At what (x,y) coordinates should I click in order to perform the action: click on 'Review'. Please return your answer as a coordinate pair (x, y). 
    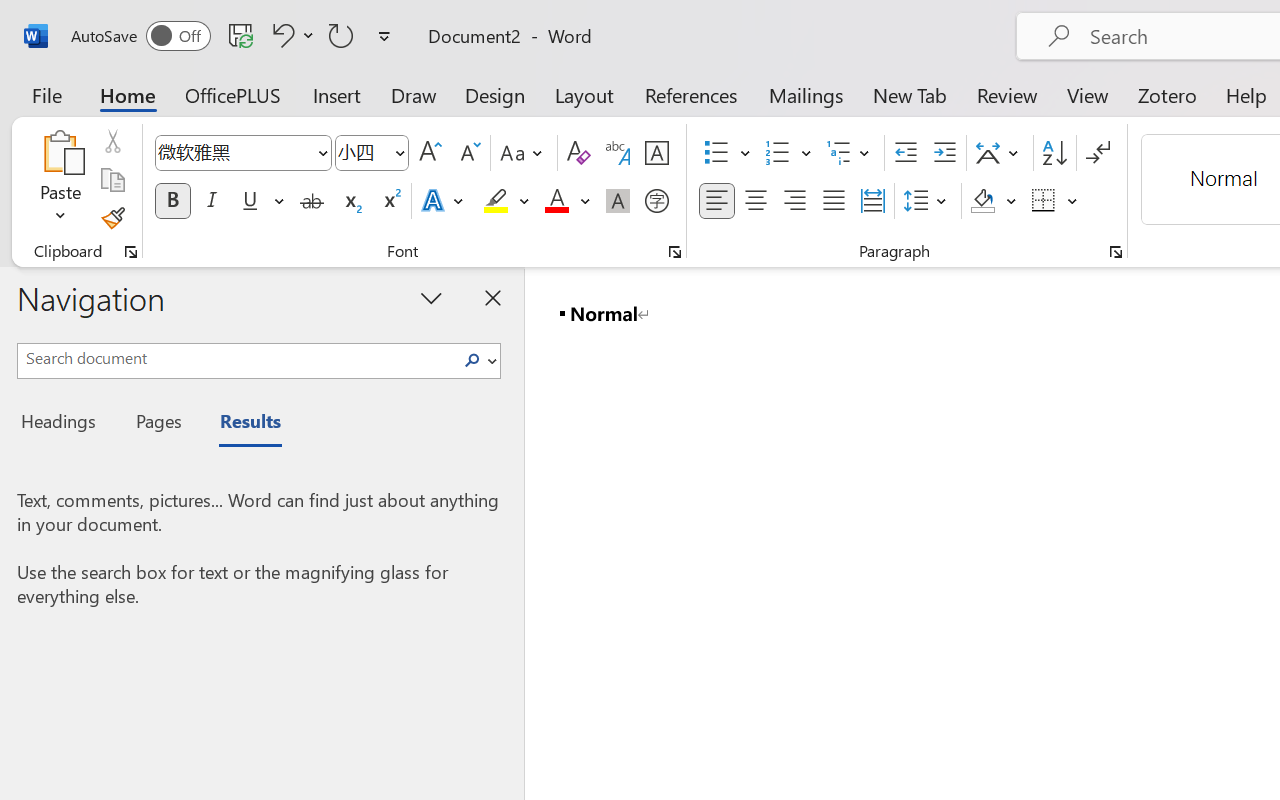
    Looking at the image, I should click on (1007, 94).